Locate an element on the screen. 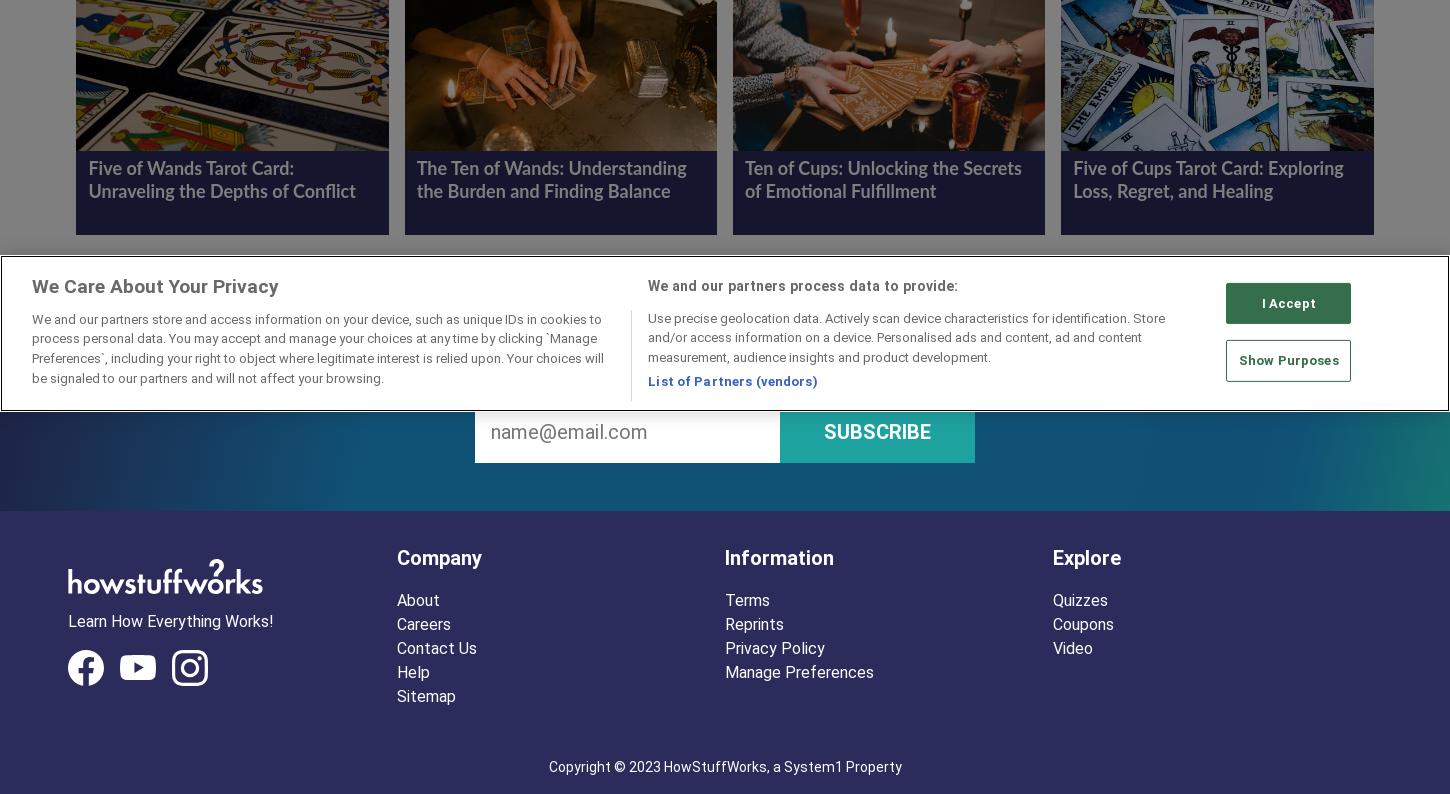 This screenshot has height=794, width=1450. 'Learn How Everything Works!' is located at coordinates (169, 620).